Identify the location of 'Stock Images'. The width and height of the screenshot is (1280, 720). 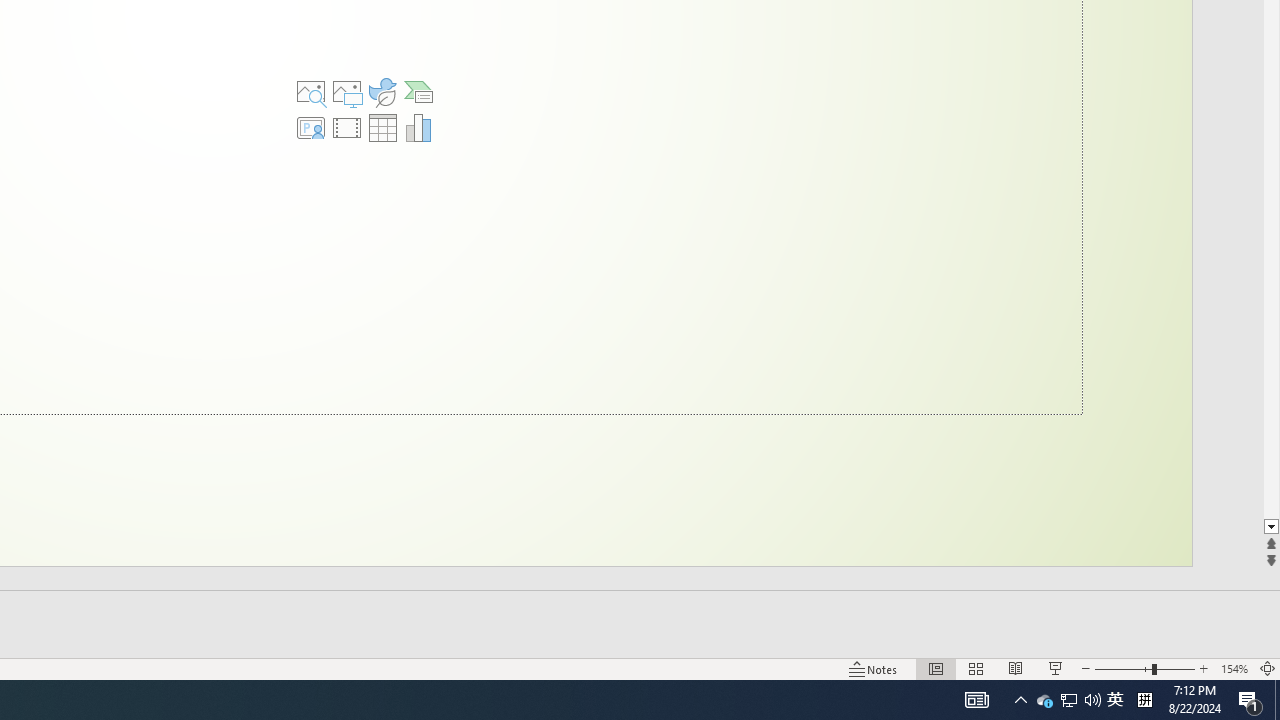
(309, 92).